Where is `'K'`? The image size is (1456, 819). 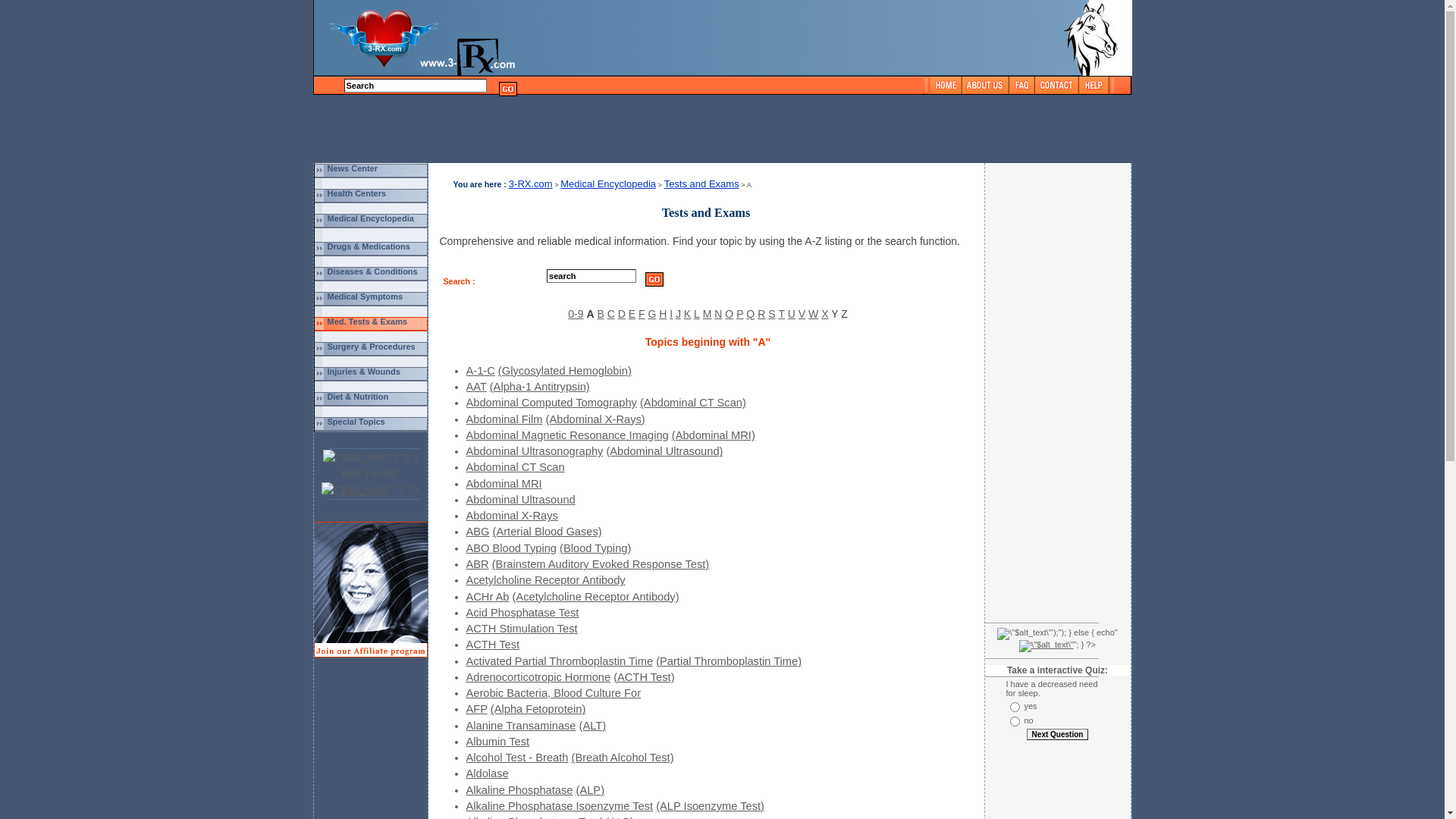
'K' is located at coordinates (686, 312).